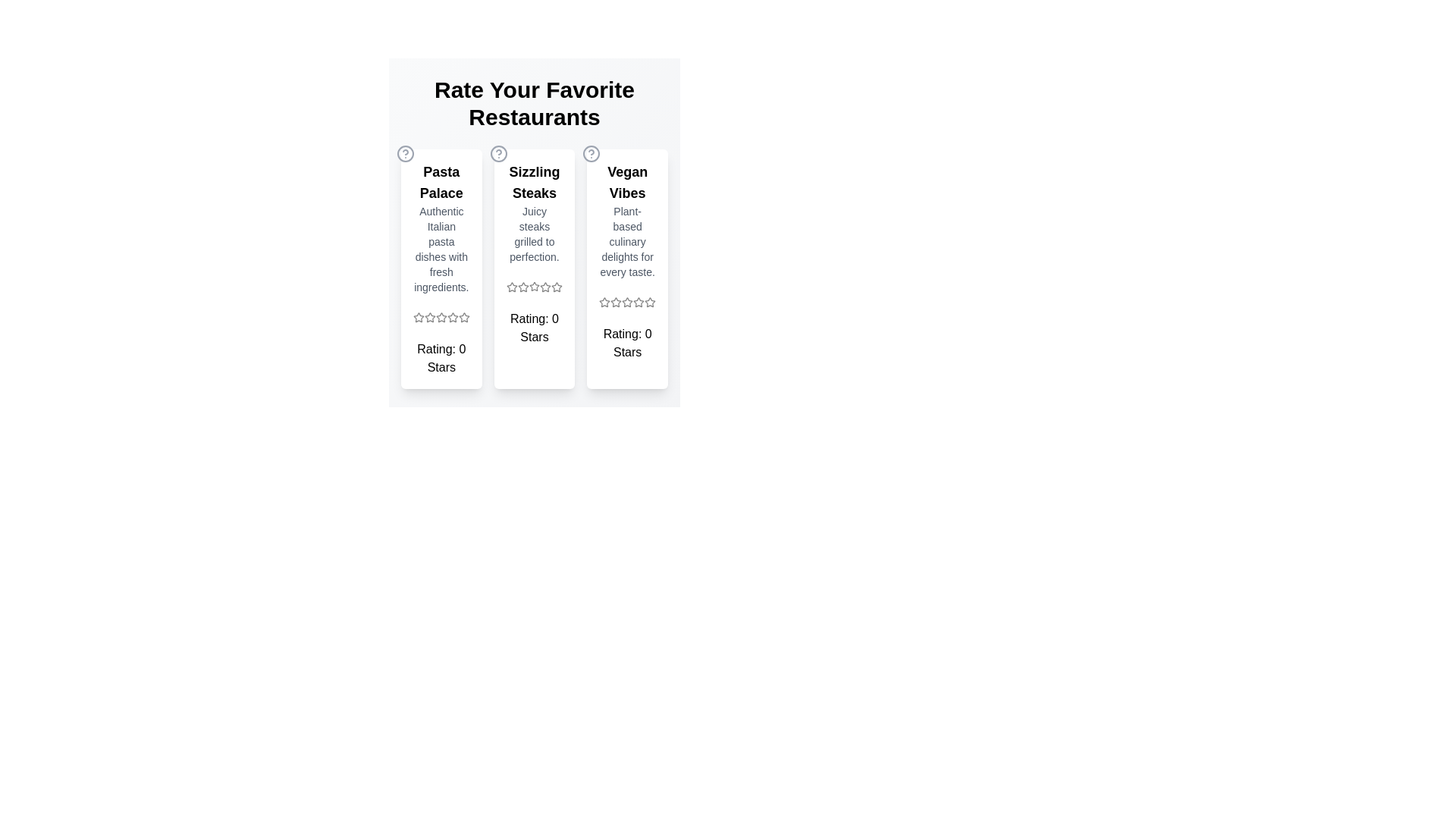  Describe the element at coordinates (523, 287) in the screenshot. I see `the star icon for 2 stars in the Sizzling Steaks section` at that location.